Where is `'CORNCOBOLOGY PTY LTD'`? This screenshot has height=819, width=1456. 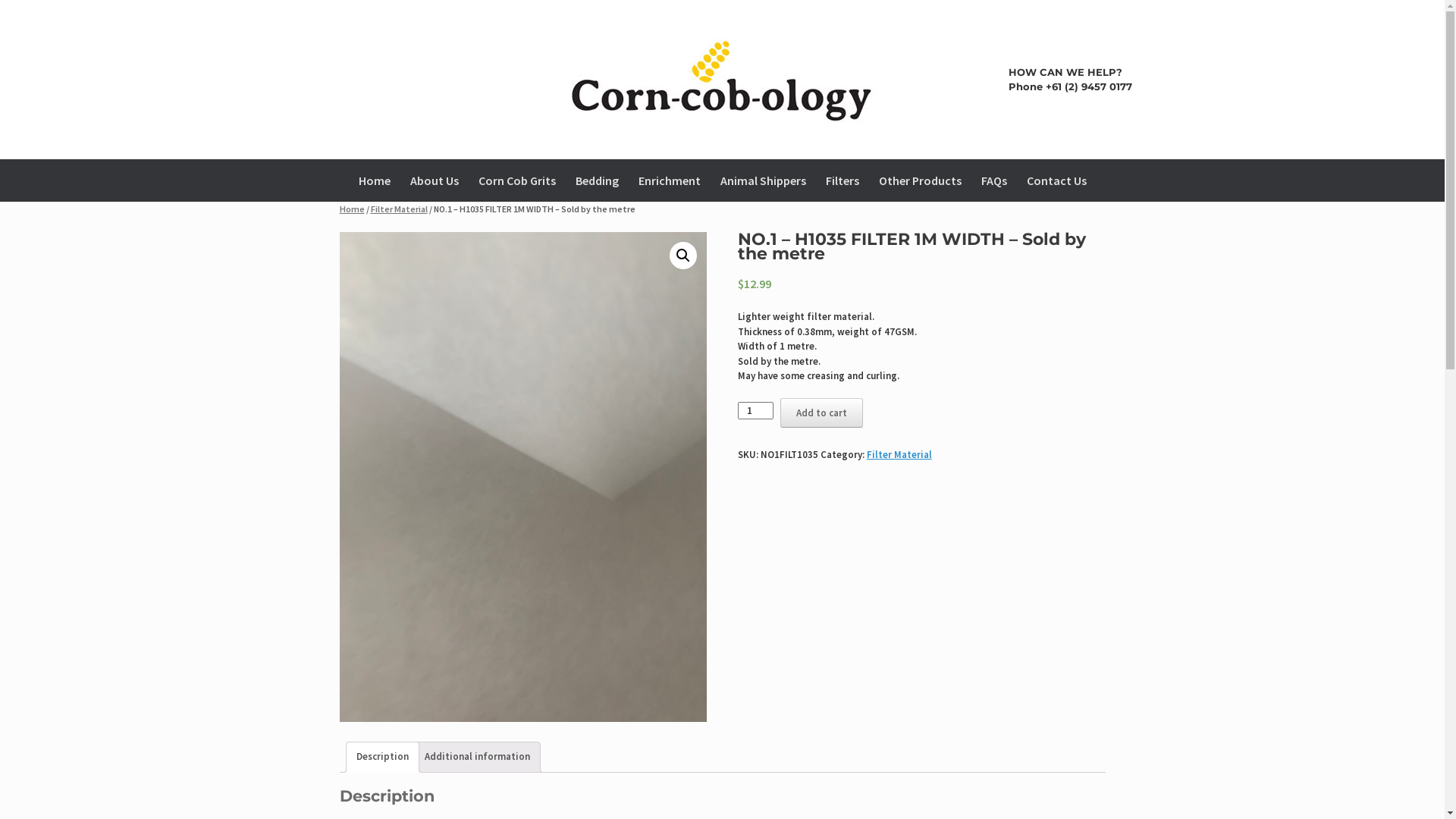 'CORNCOBOLOGY PTY LTD' is located at coordinates (312, 79).